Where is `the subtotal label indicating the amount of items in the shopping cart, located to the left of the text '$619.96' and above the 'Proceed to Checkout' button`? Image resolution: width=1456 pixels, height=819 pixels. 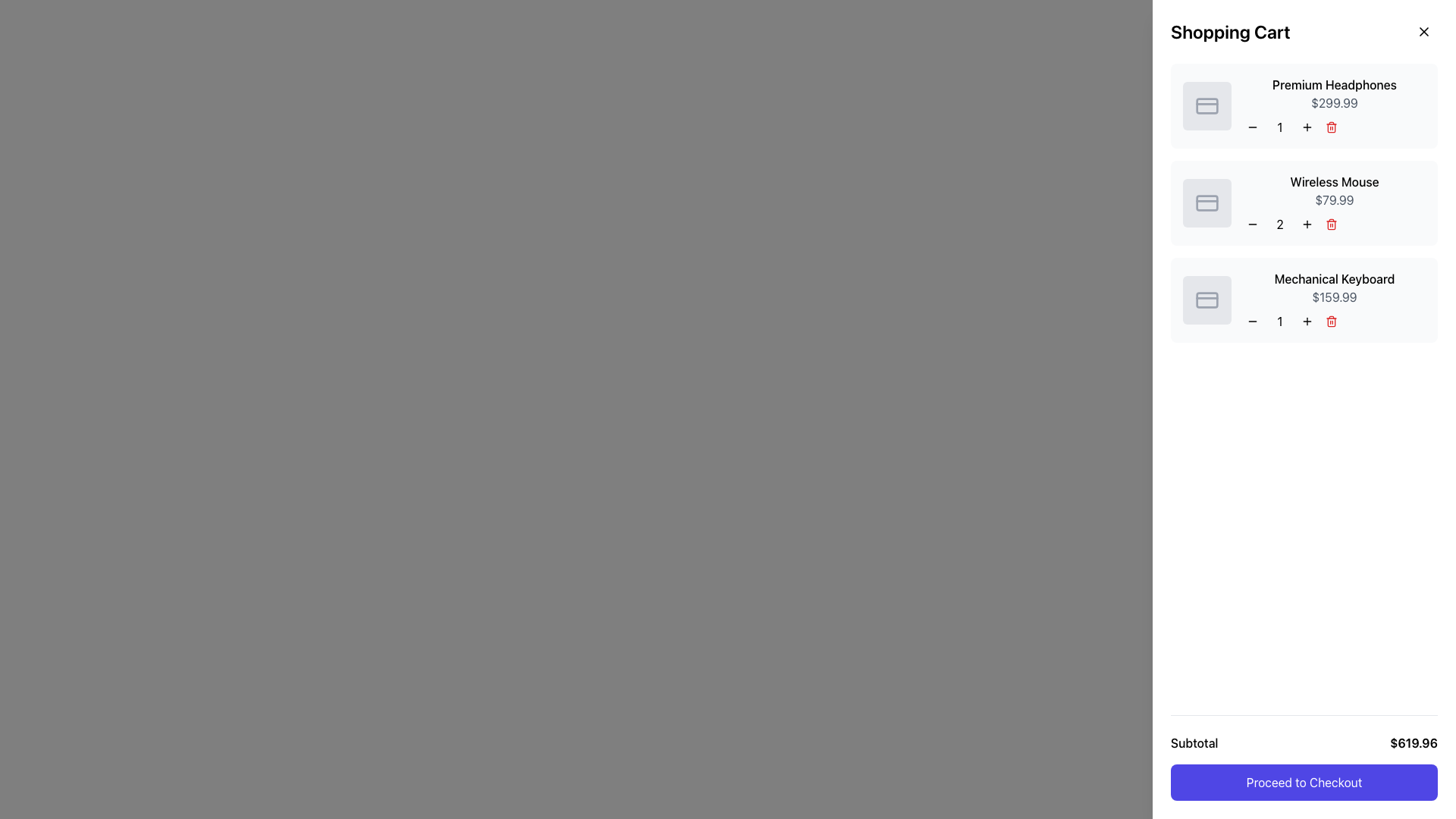 the subtotal label indicating the amount of items in the shopping cart, located to the left of the text '$619.96' and above the 'Proceed to Checkout' button is located at coordinates (1194, 742).